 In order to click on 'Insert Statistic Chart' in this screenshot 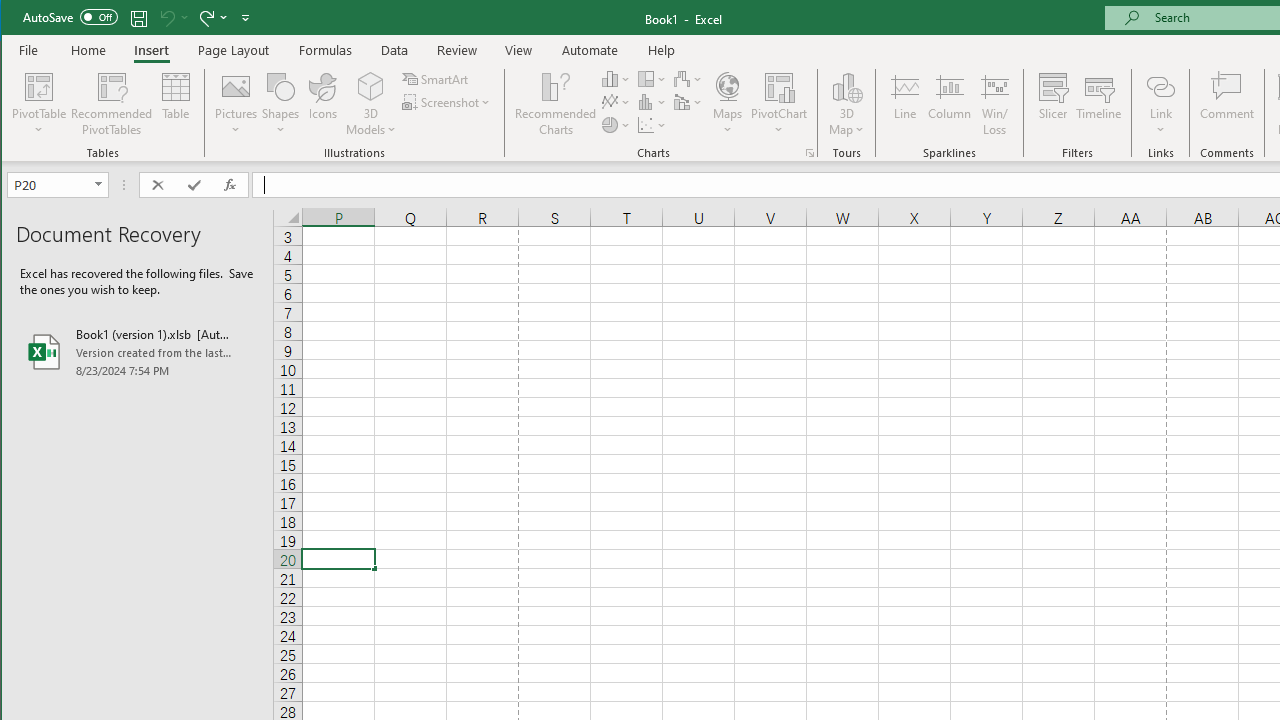, I will do `click(652, 102)`.